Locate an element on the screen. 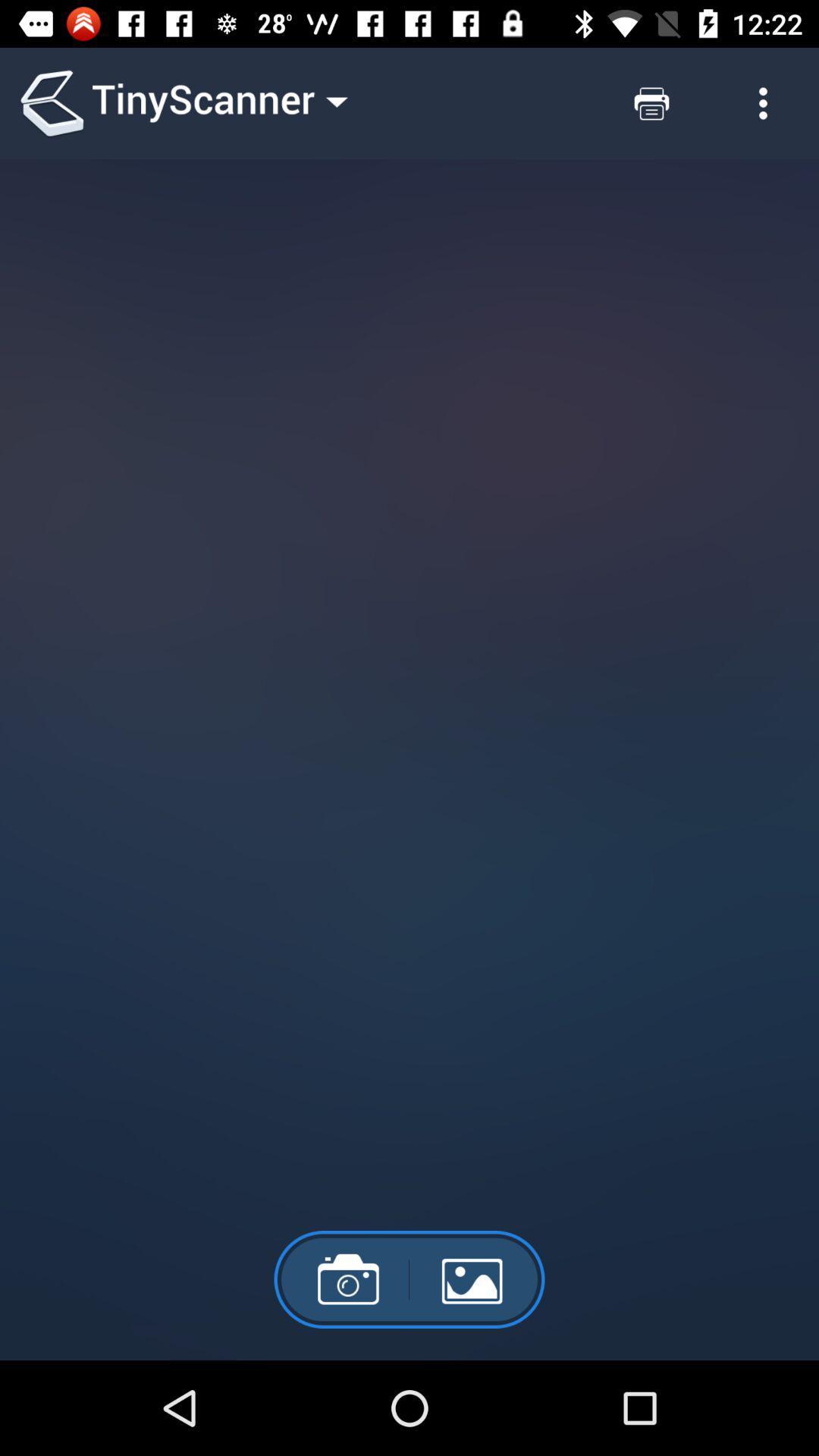 This screenshot has height=1456, width=819. the wallpaper icon is located at coordinates (476, 1279).